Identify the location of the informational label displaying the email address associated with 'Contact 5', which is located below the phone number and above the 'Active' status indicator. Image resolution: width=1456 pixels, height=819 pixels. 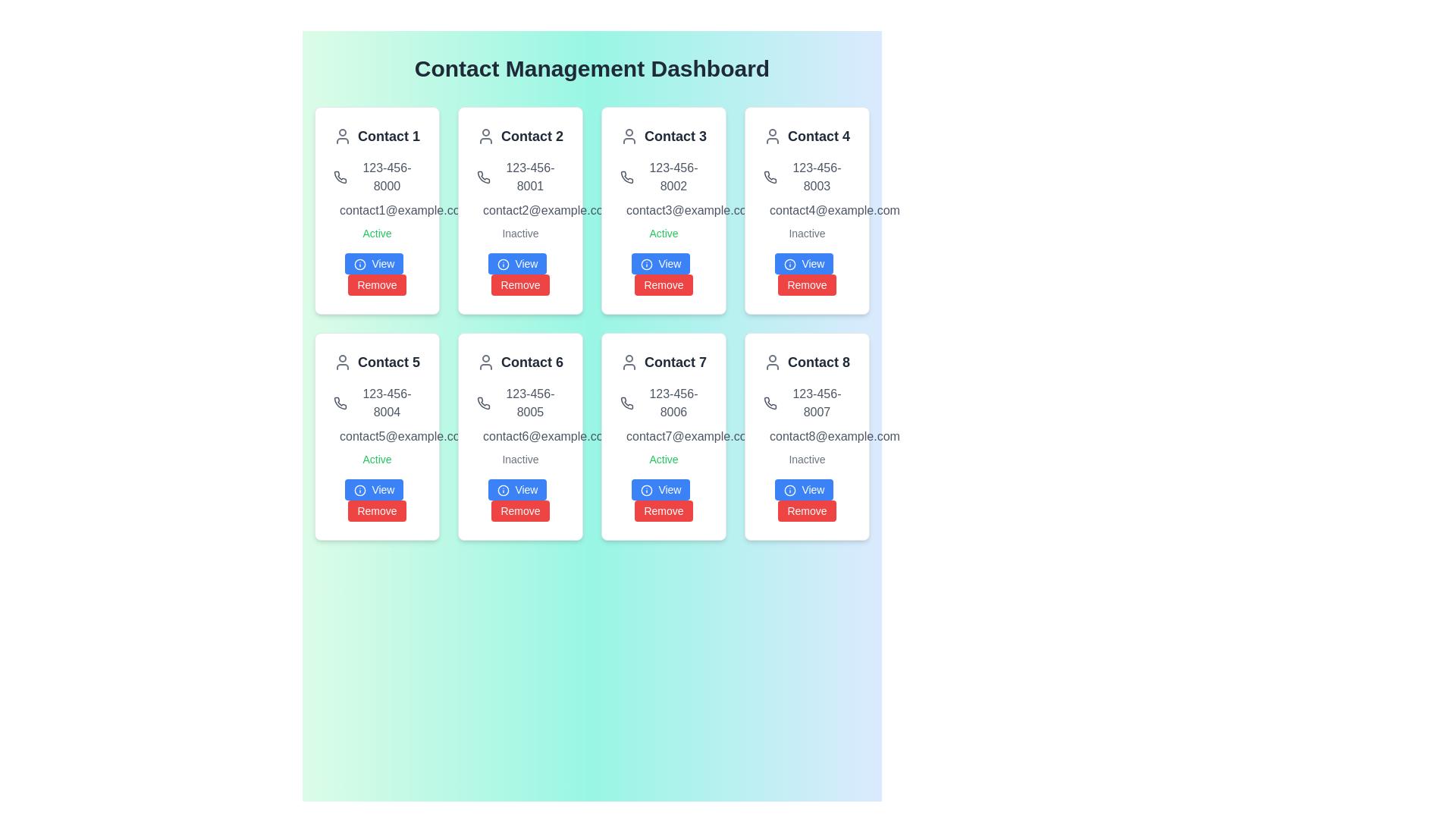
(377, 436).